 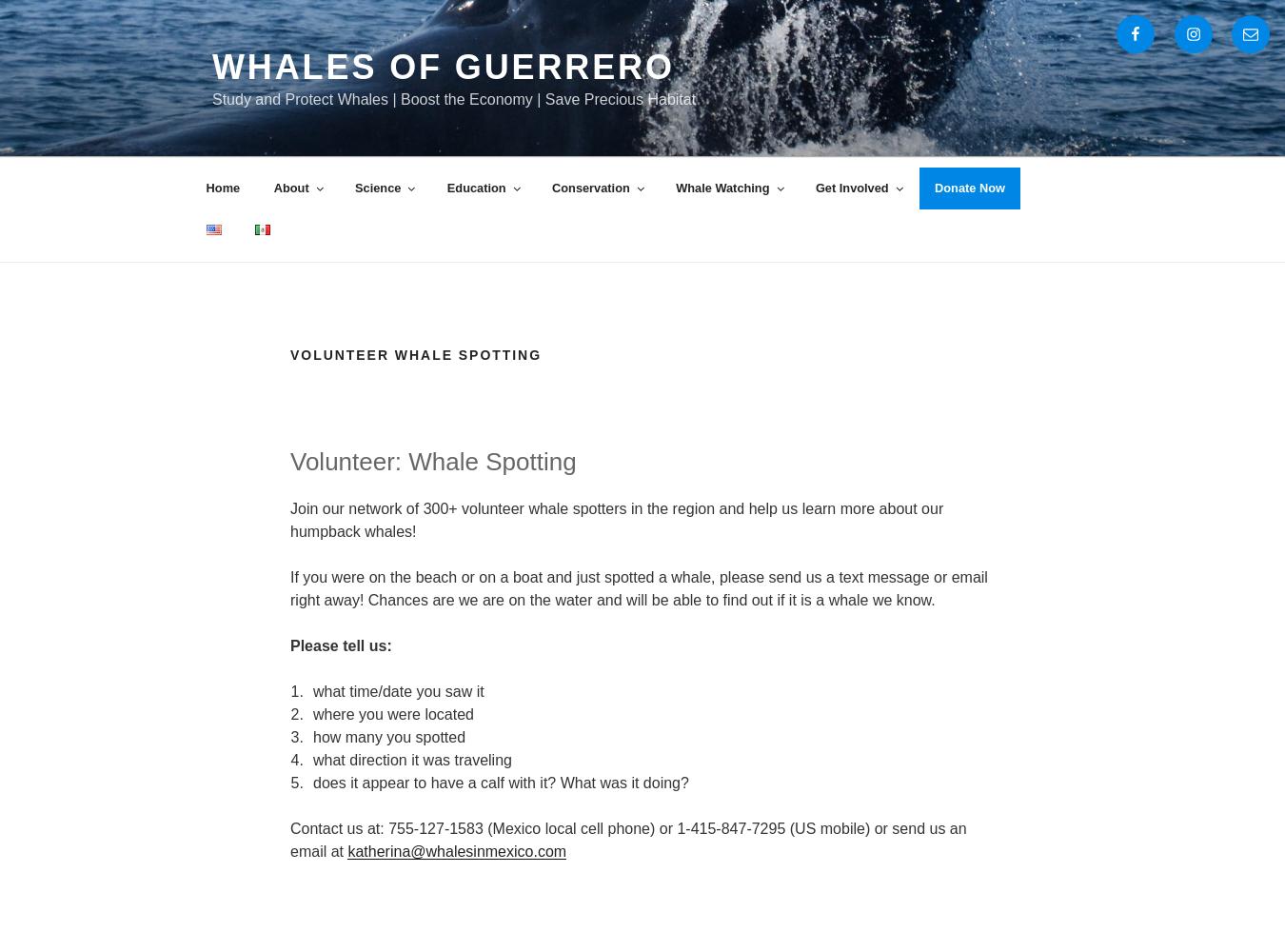 What do you see at coordinates (411, 759) in the screenshot?
I see `'what direction it was traveling'` at bounding box center [411, 759].